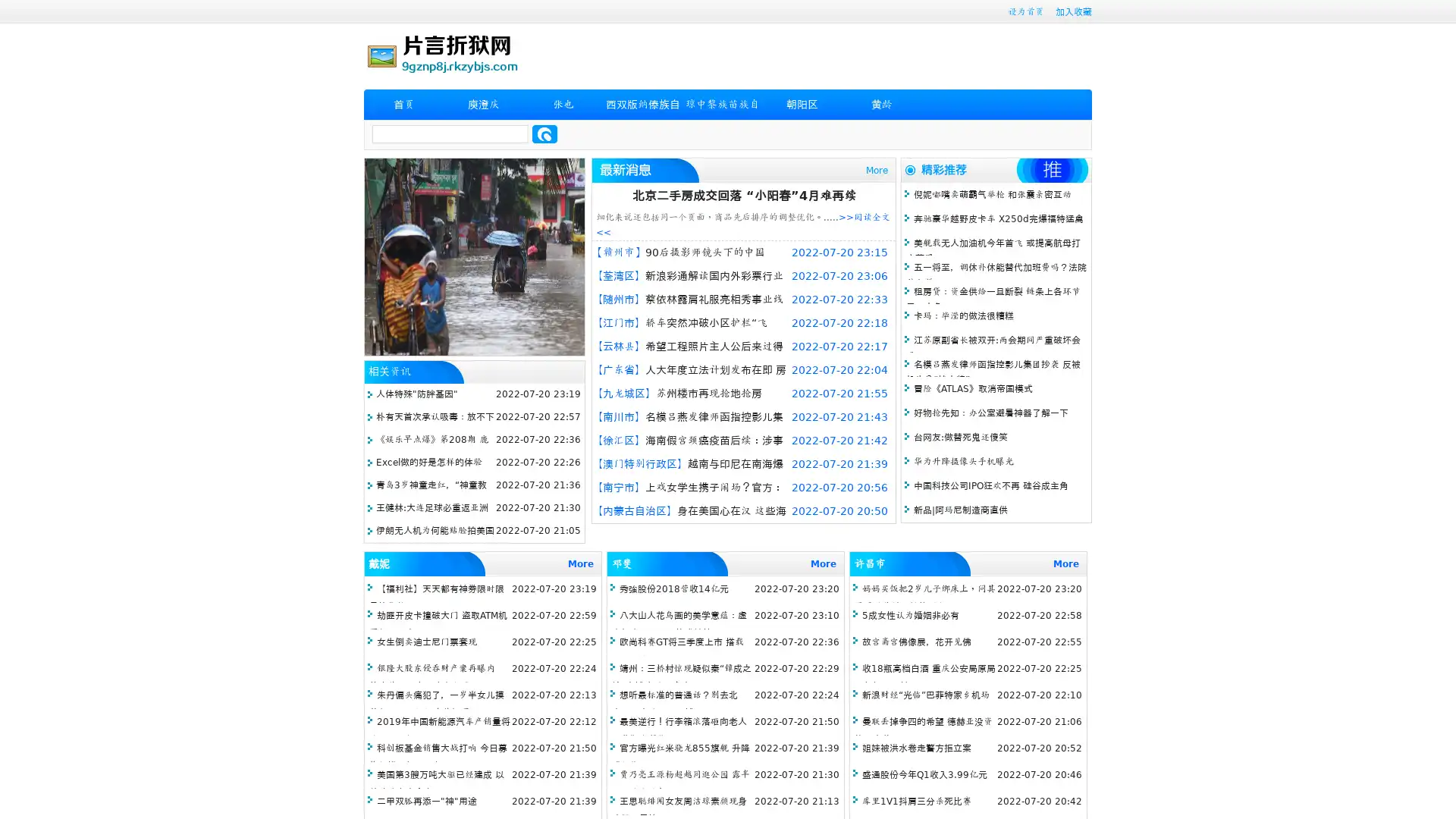 The width and height of the screenshot is (1456, 819). Describe the element at coordinates (544, 133) in the screenshot. I see `Search` at that location.